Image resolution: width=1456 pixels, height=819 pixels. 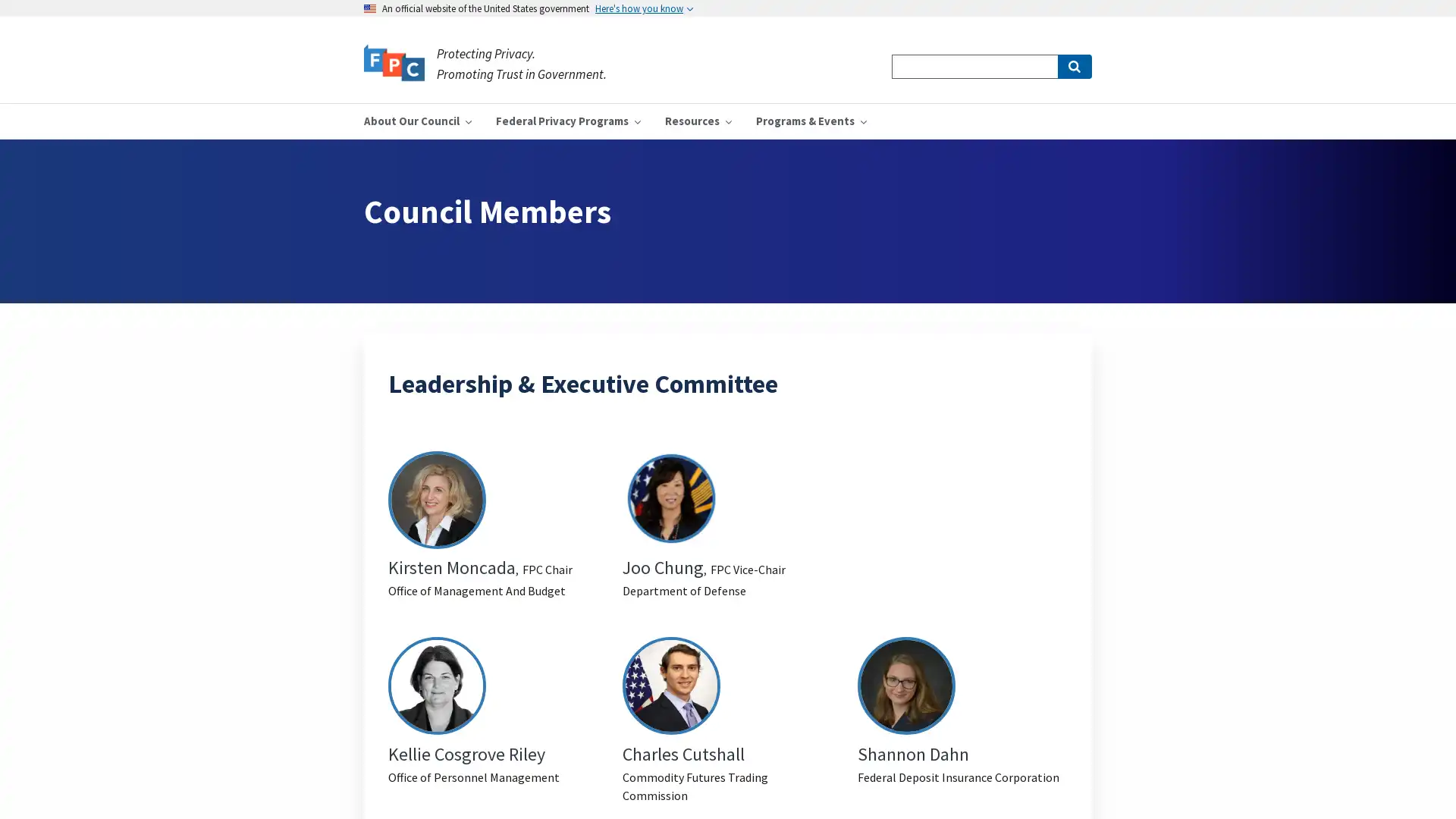 What do you see at coordinates (1073, 66) in the screenshot?
I see `Search` at bounding box center [1073, 66].